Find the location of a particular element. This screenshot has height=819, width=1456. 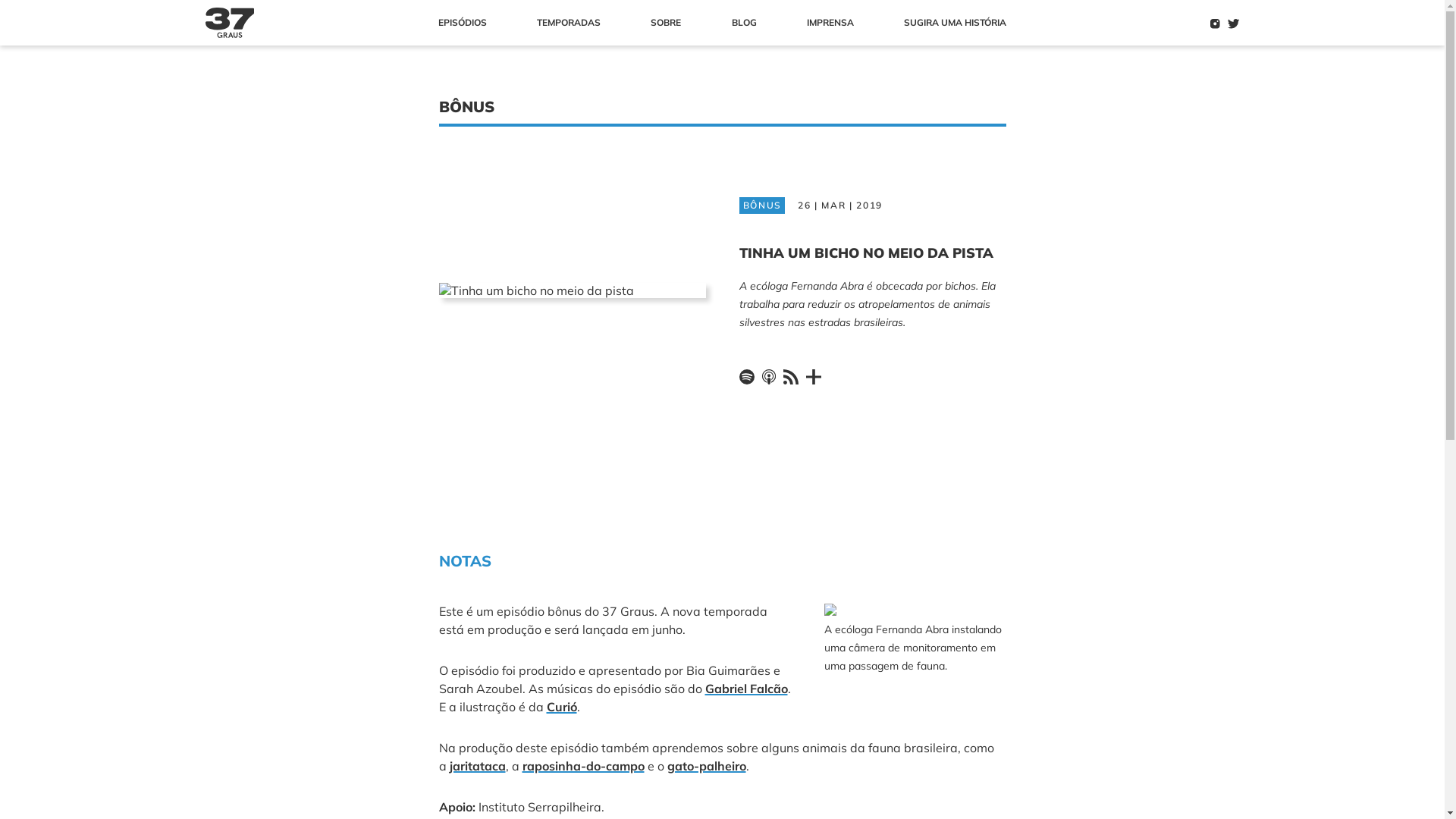

'gato-palheiro' is located at coordinates (705, 766).